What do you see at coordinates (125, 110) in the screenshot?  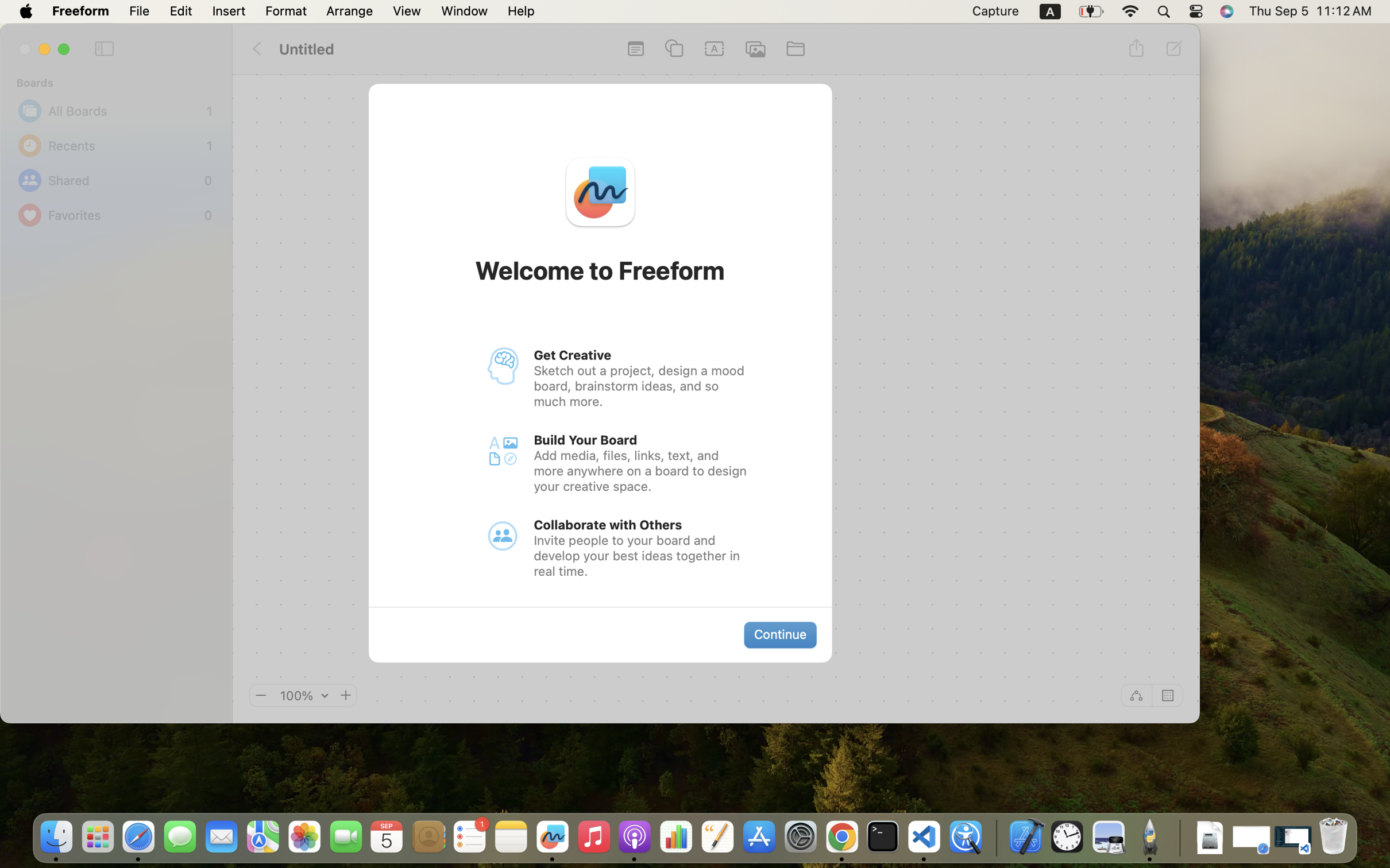 I see `'All Boards'` at bounding box center [125, 110].